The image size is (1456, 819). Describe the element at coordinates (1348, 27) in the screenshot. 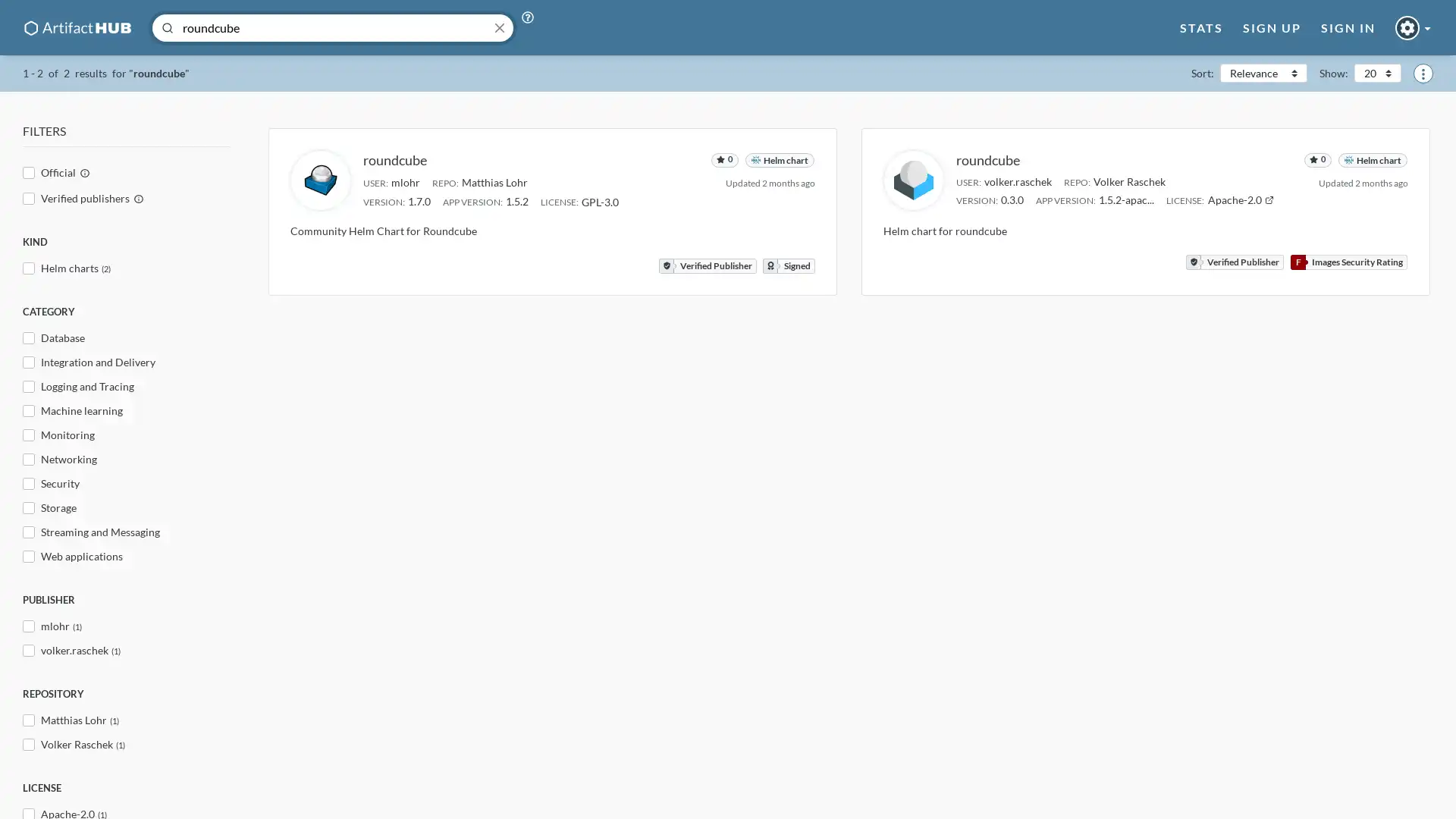

I see `Open sign in modal` at that location.